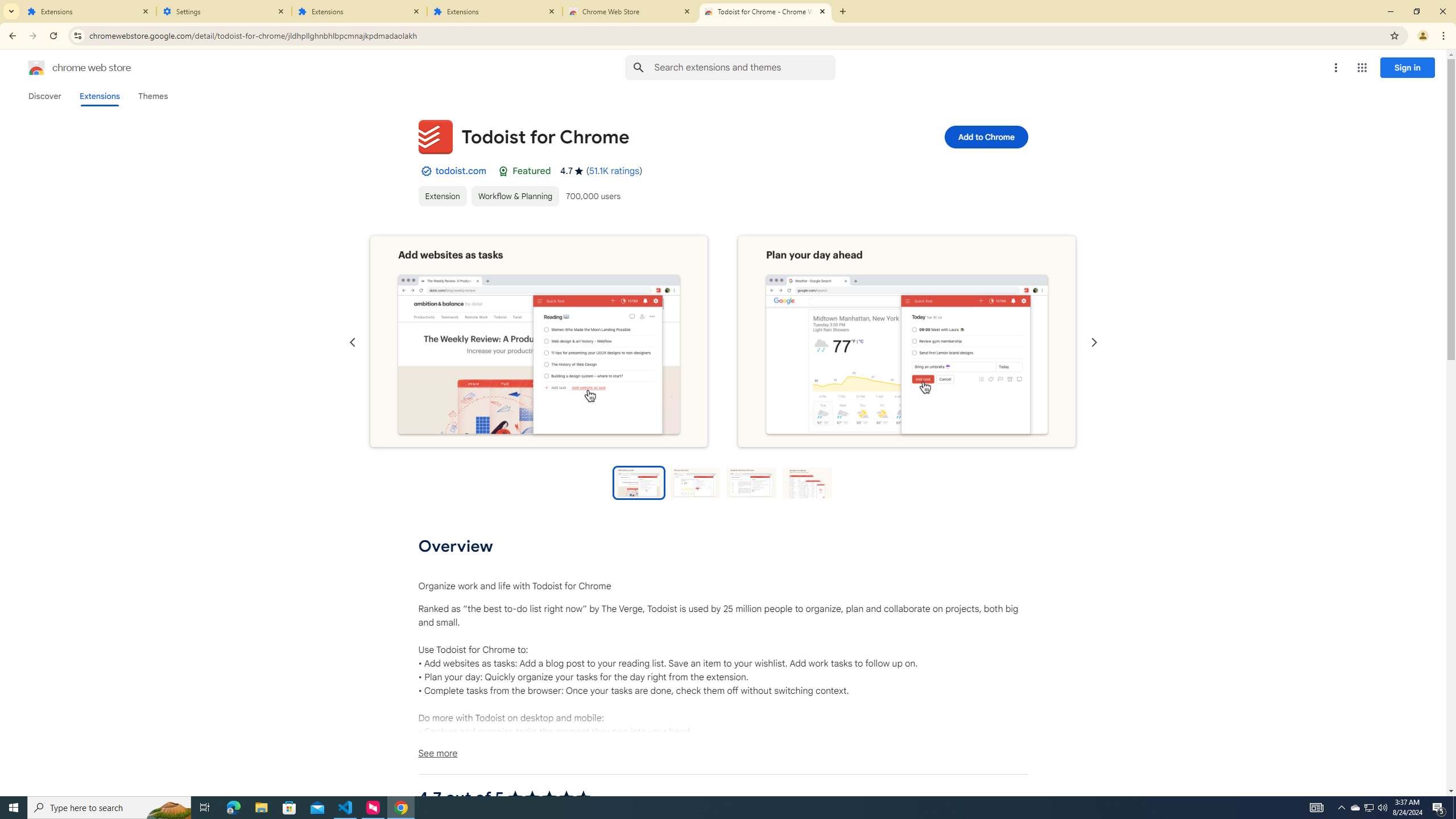 The image size is (1456, 819). I want to click on '51.1K ratings', so click(614, 170).